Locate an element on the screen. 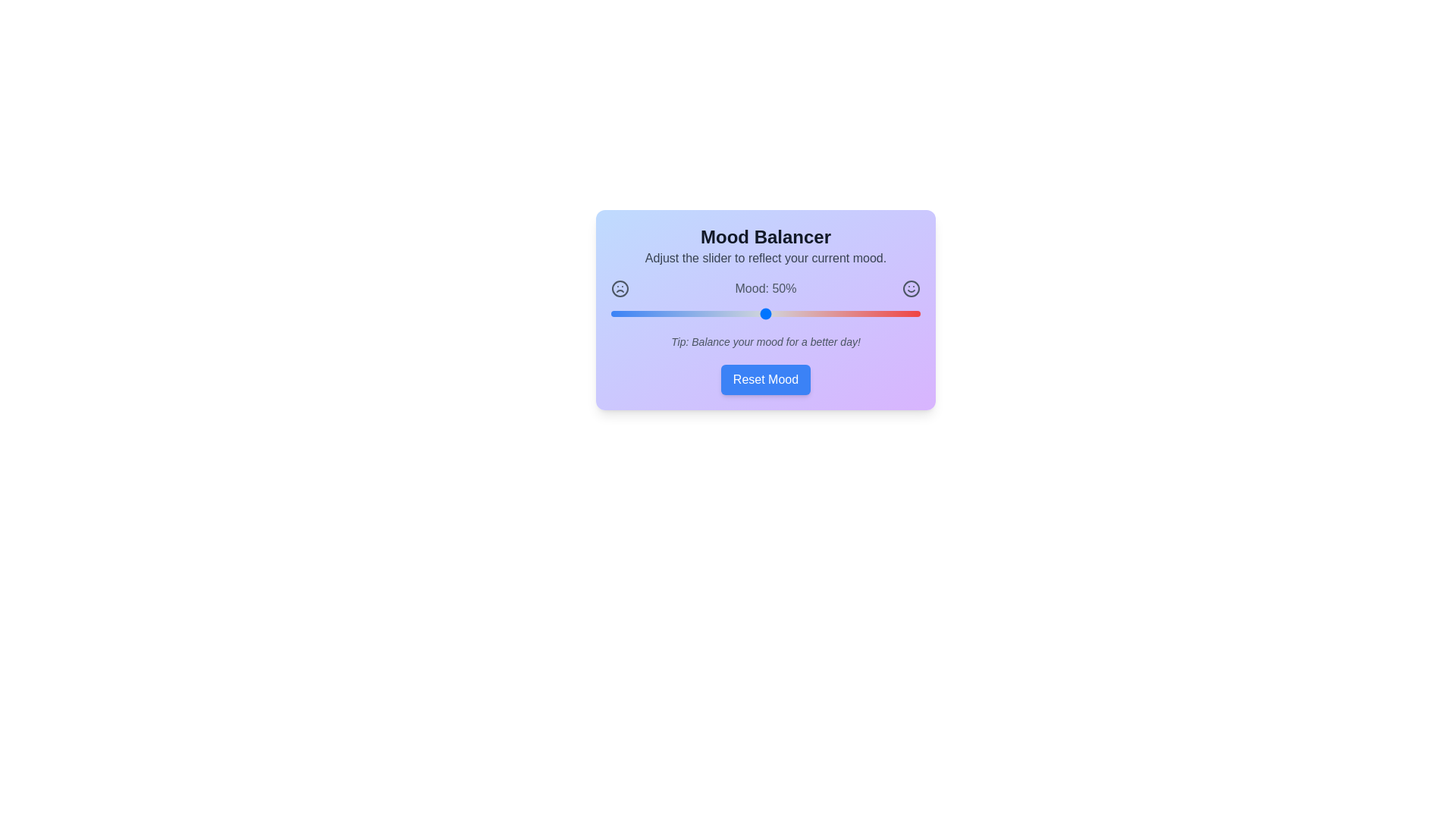 This screenshot has height=819, width=1456. the mood slider to 61% is located at coordinates (799, 312).